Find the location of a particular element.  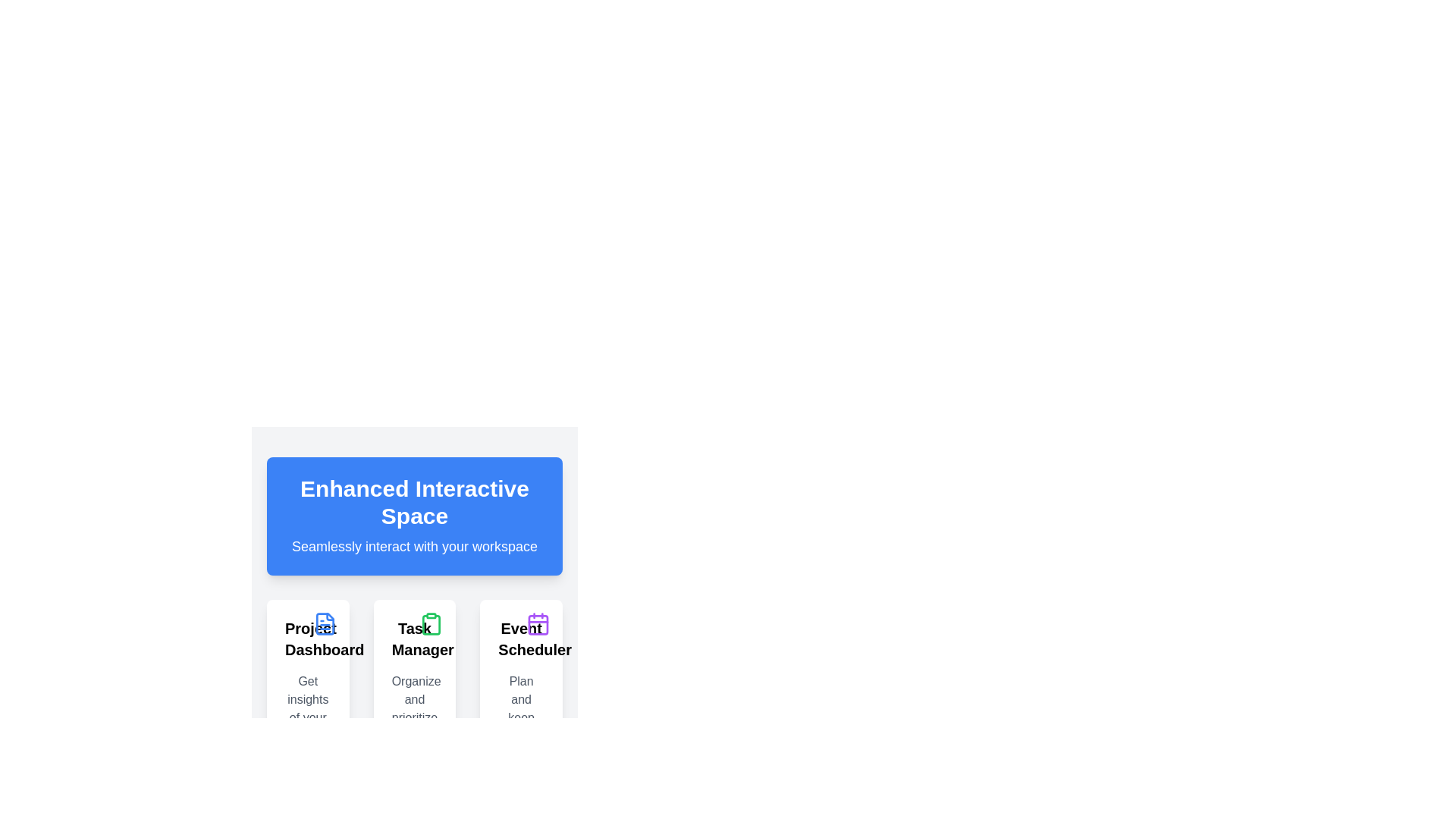

the file or text-related icon in the top-right corner of the 'Project Dashboard' card is located at coordinates (324, 623).